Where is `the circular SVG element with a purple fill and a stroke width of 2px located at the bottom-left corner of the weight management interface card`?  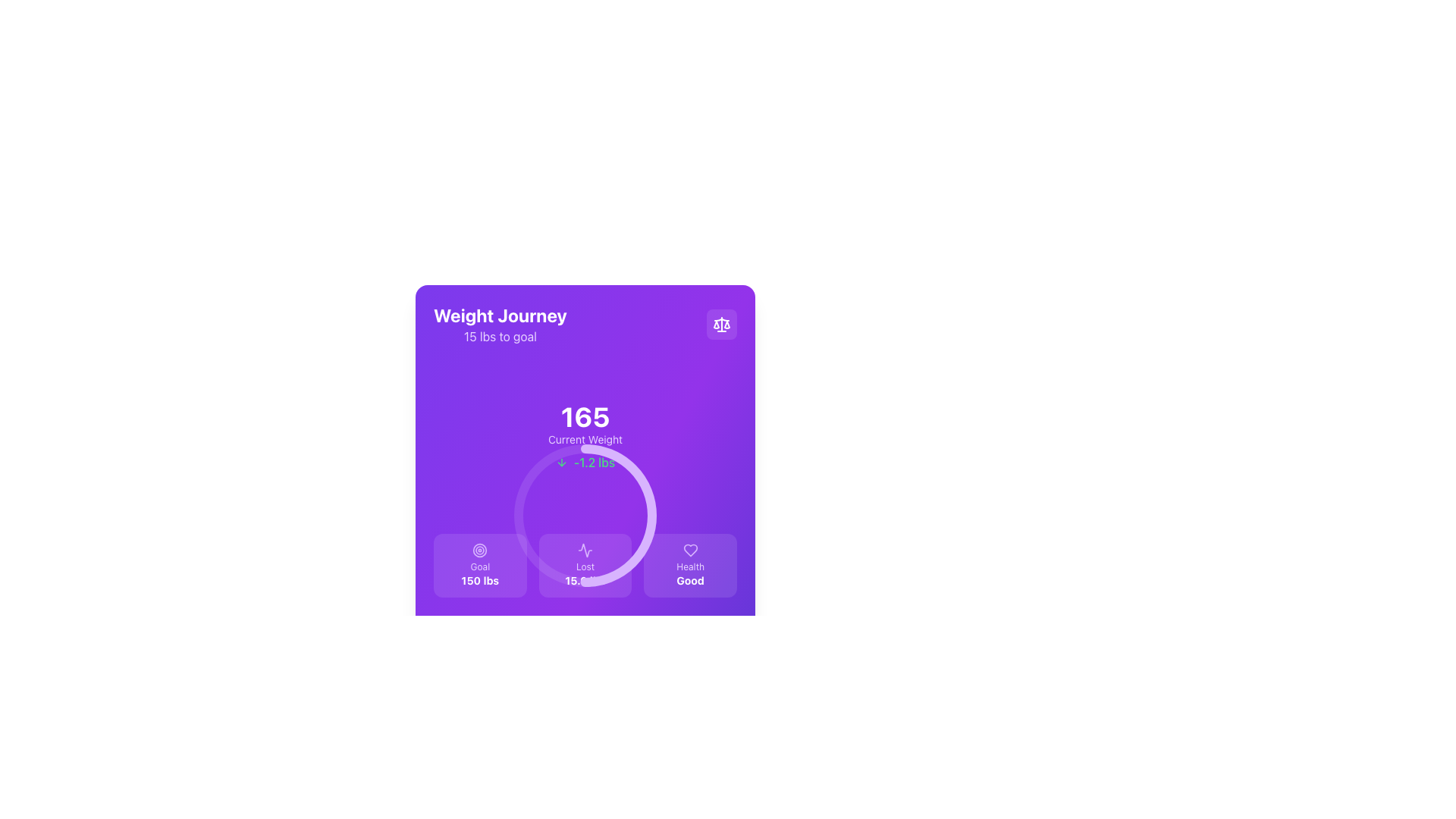
the circular SVG element with a purple fill and a stroke width of 2px located at the bottom-left corner of the weight management interface card is located at coordinates (479, 550).